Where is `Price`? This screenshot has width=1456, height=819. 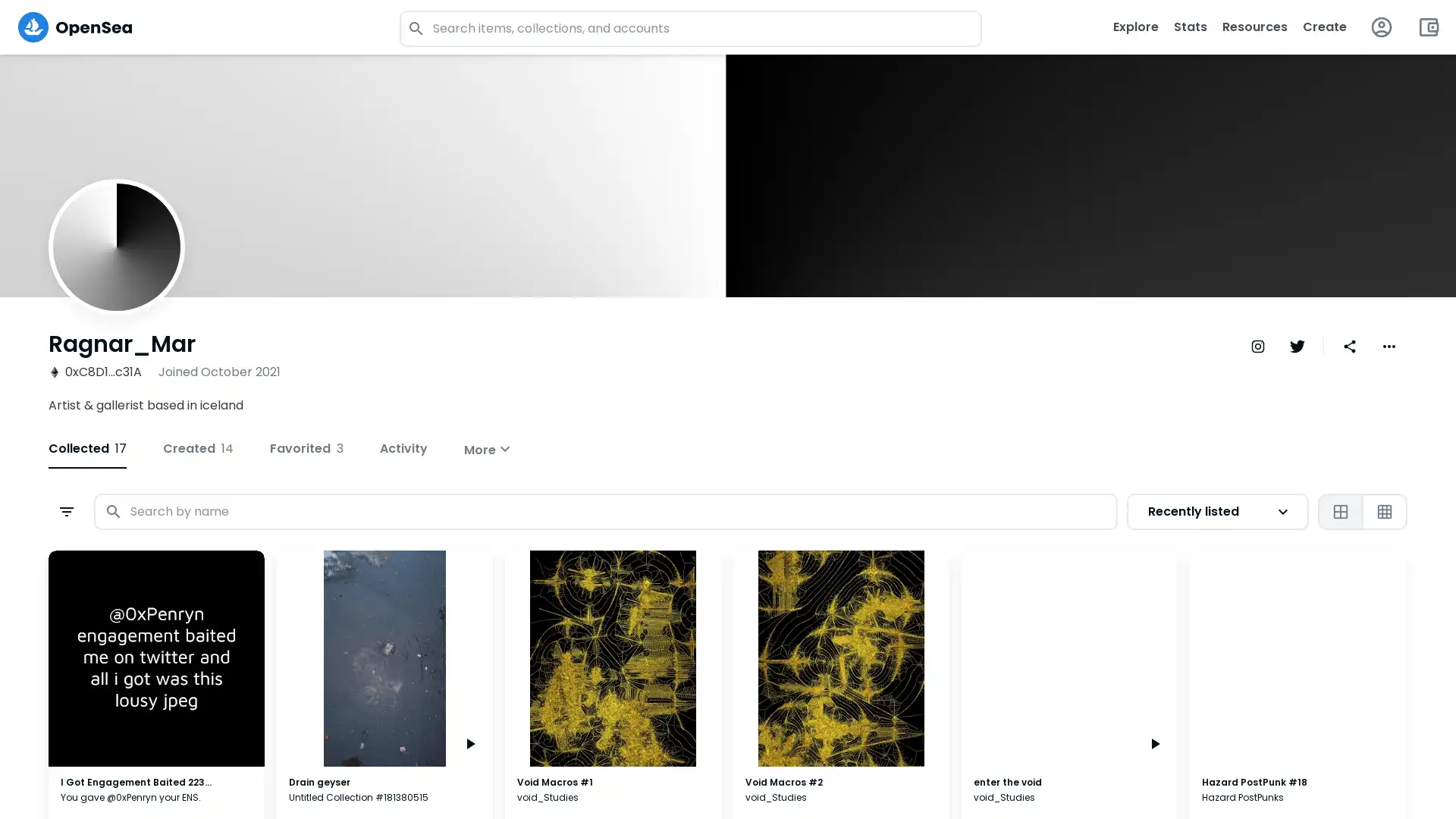
Price is located at coordinates (55, 775).